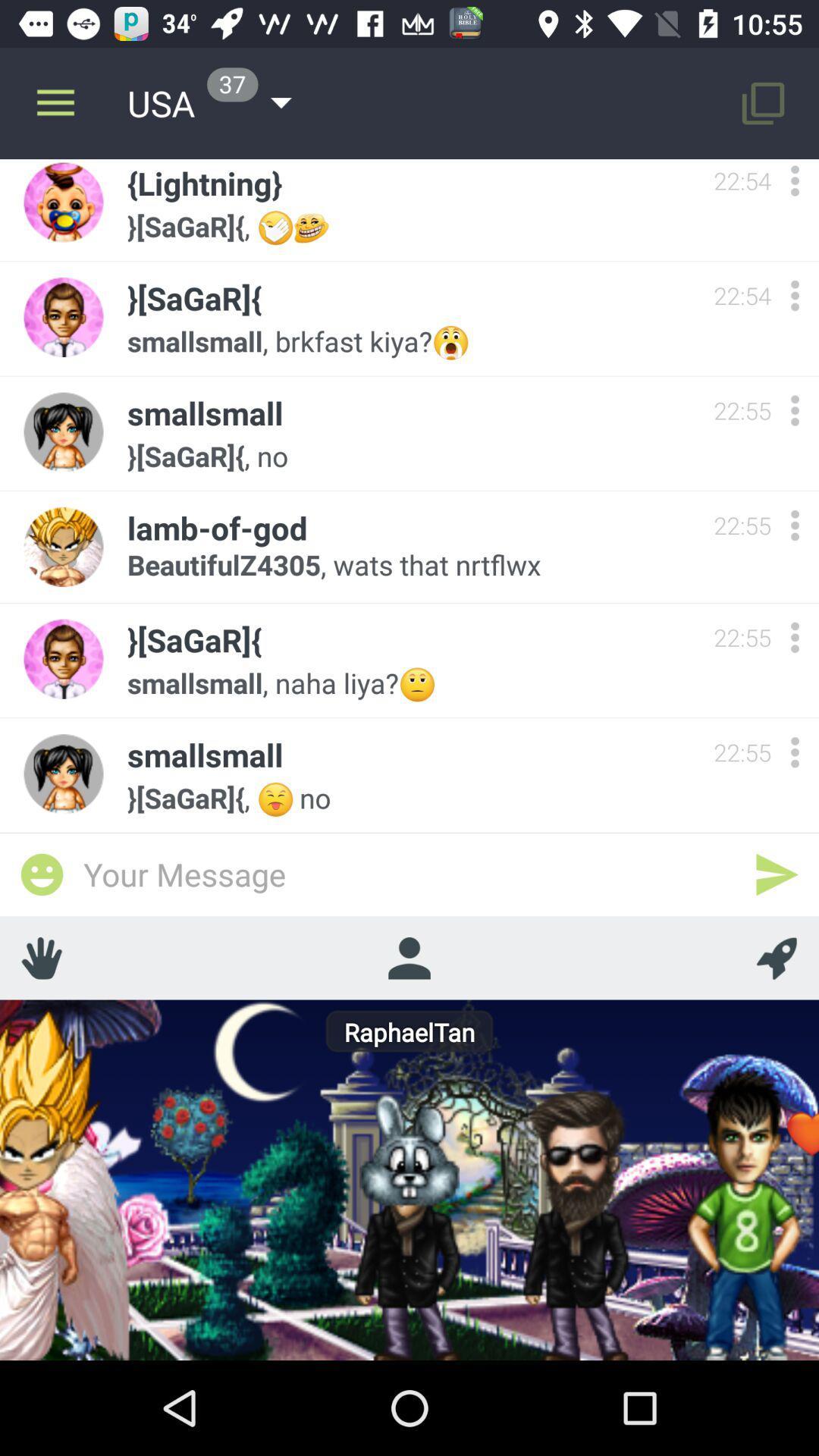  Describe the element at coordinates (794, 637) in the screenshot. I see `the more icon` at that location.